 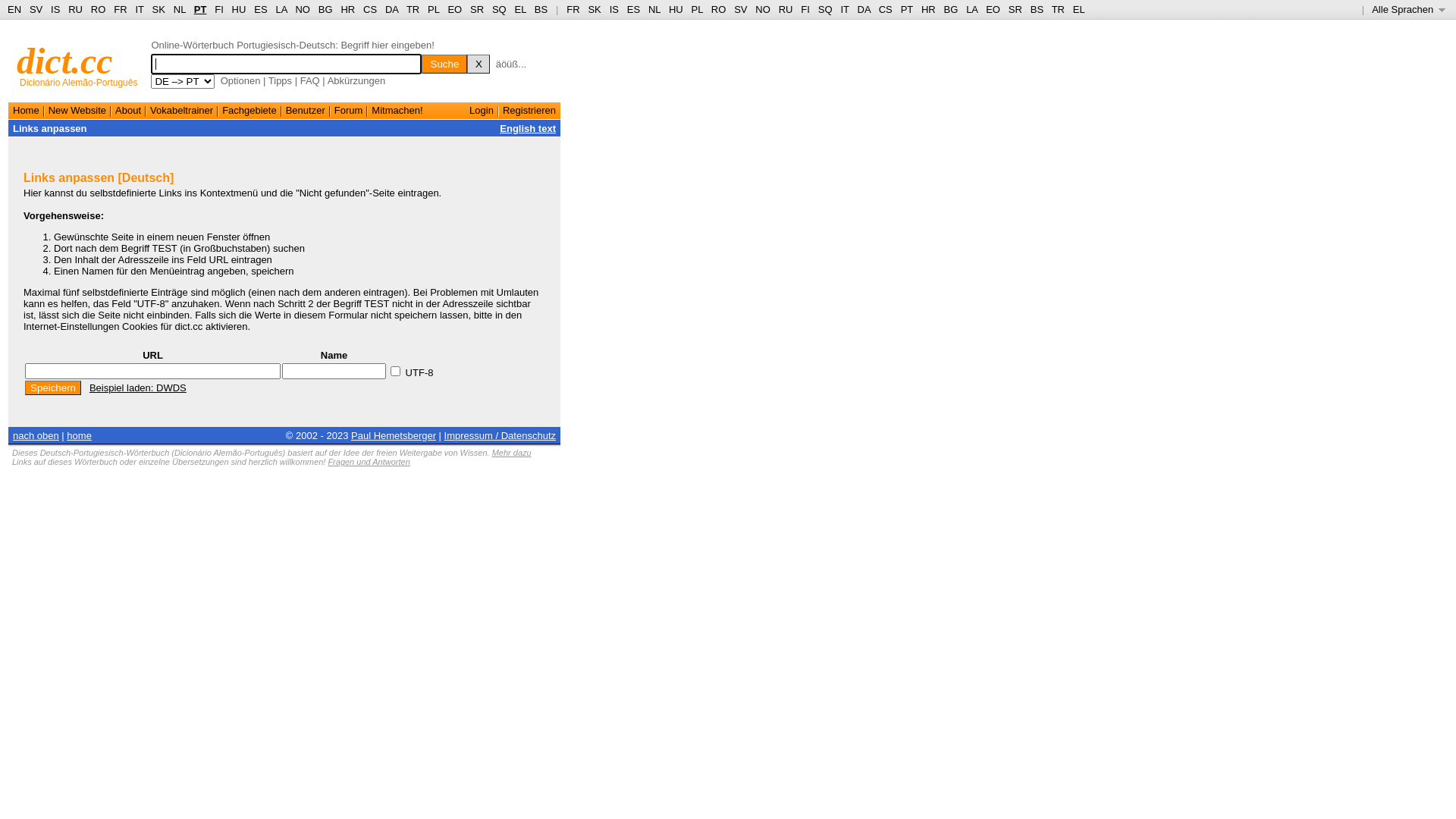 I want to click on 'TR', so click(x=413, y=9).